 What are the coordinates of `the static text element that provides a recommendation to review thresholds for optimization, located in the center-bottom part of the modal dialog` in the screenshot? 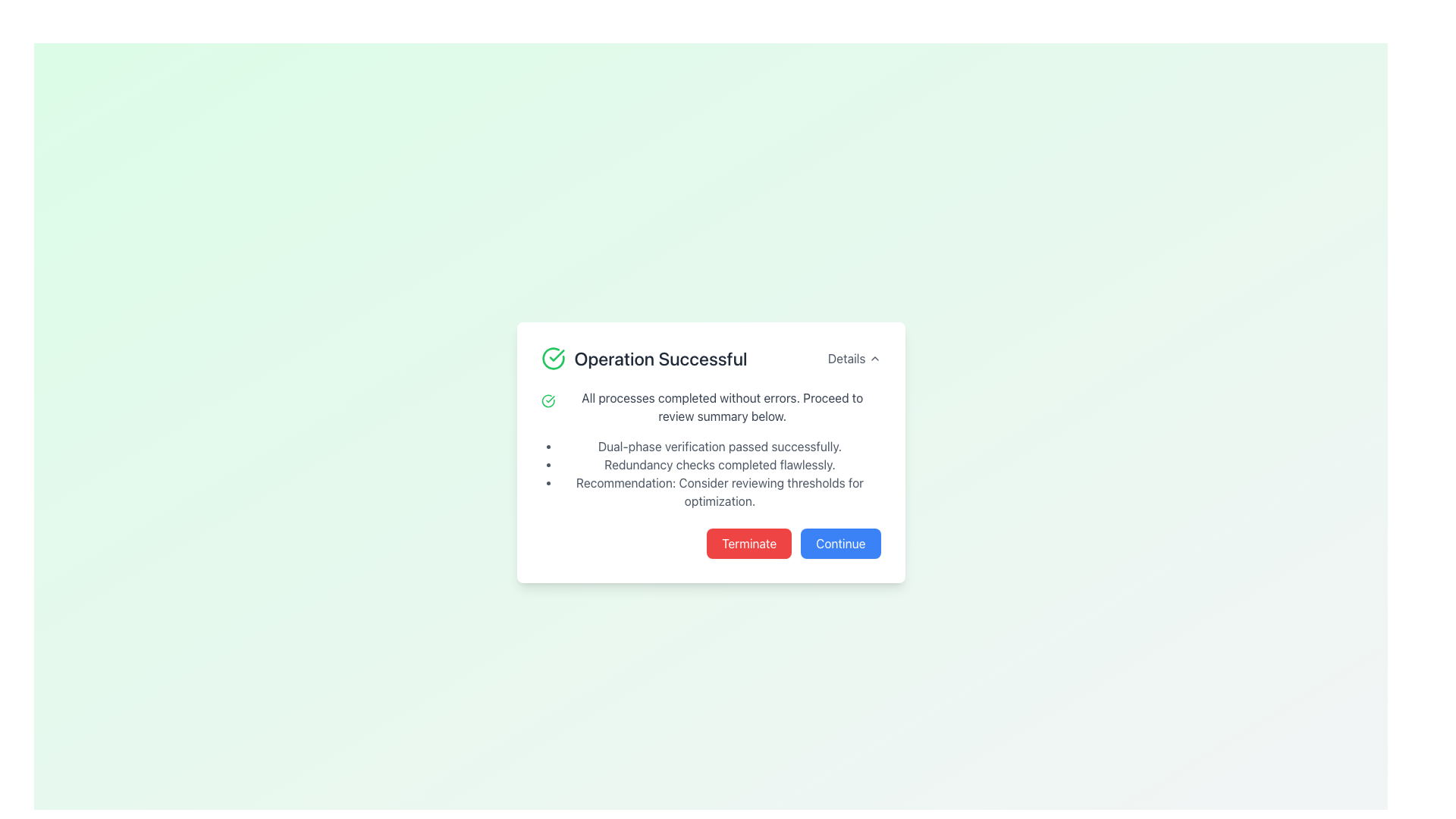 It's located at (719, 491).